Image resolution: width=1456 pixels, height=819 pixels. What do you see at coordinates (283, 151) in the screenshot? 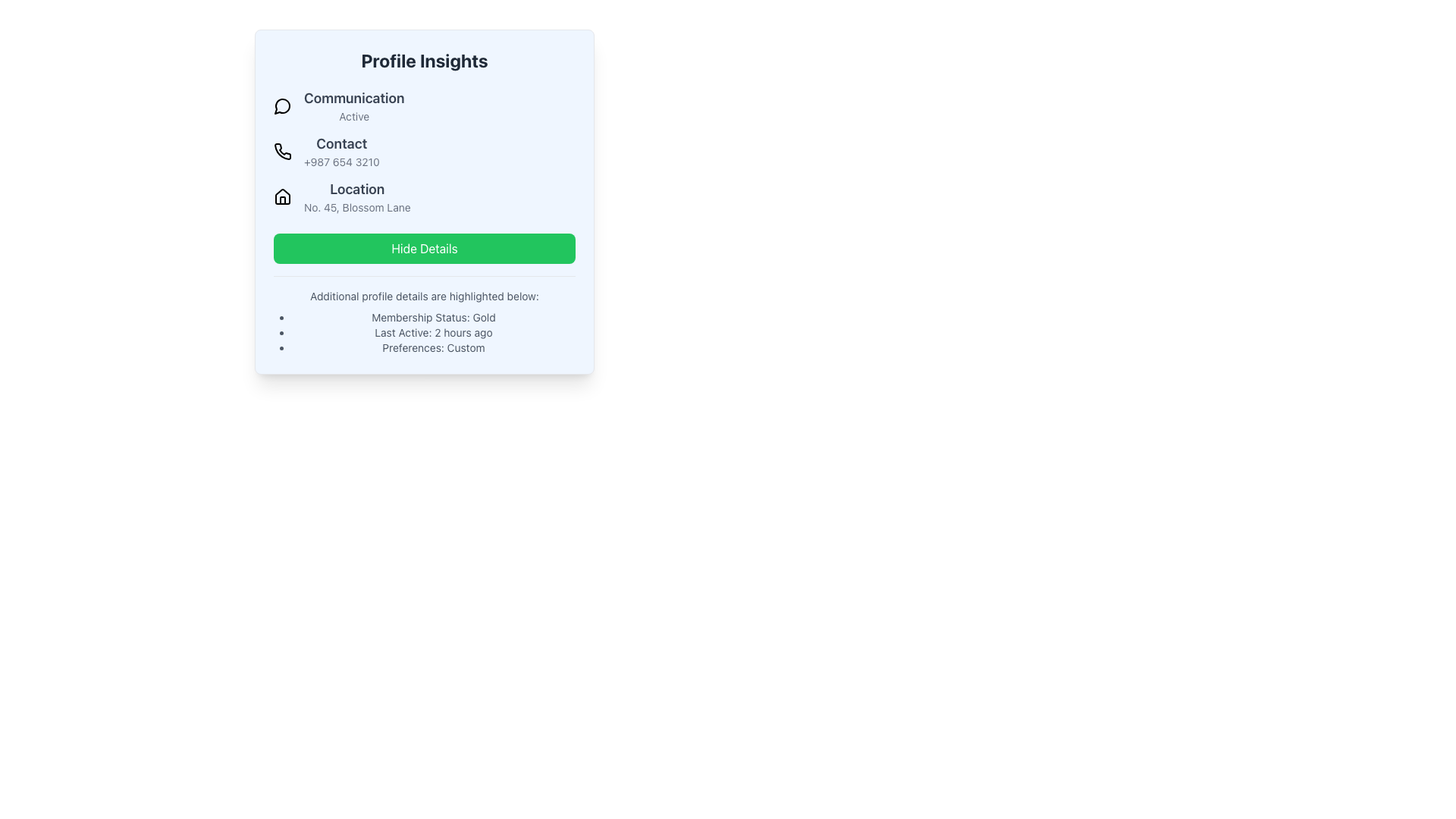
I see `the small phone icon with a minimalist outline located next to the 'Contact' label in the profile summary card for interaction` at bounding box center [283, 151].